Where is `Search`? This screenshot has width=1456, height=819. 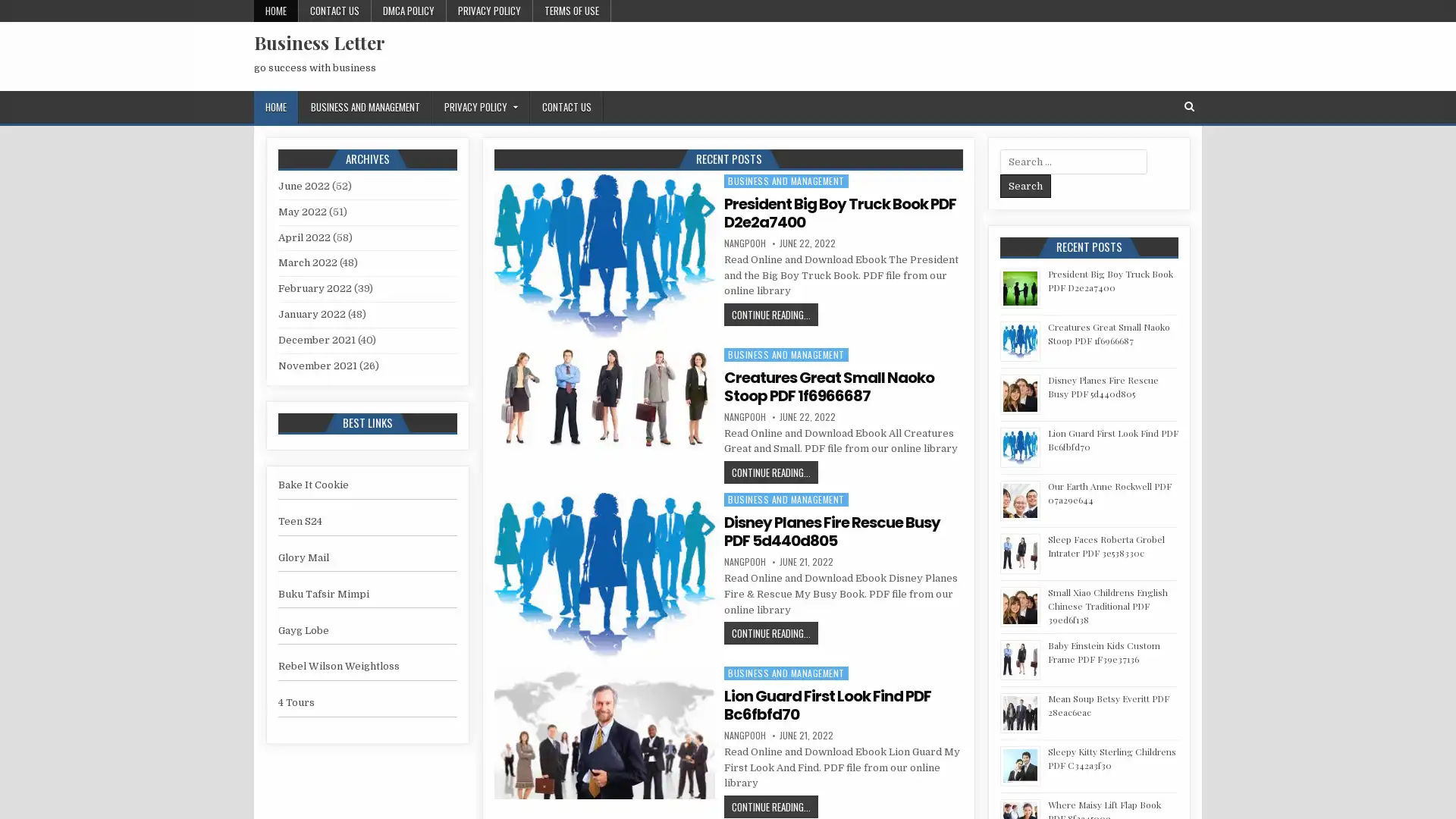
Search is located at coordinates (1025, 185).